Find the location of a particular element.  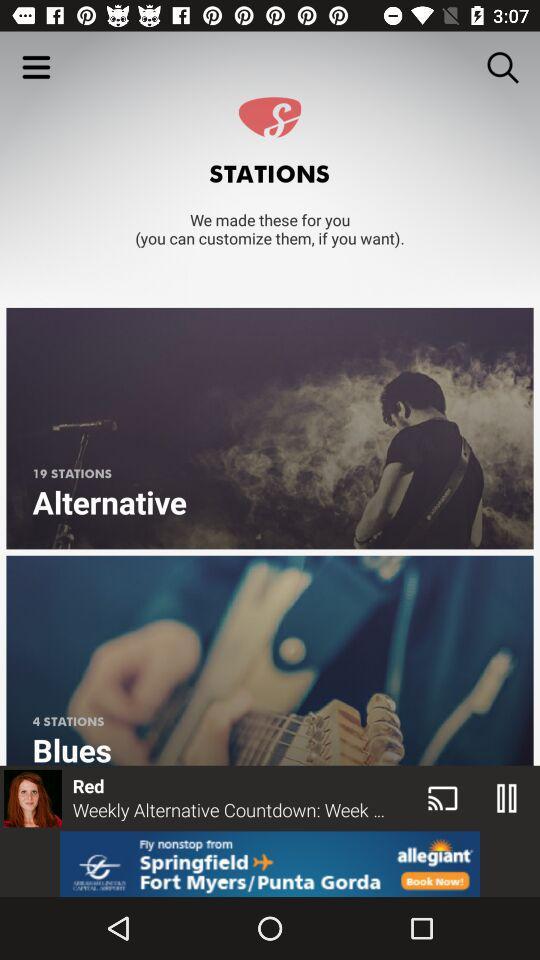

blues below alternative is located at coordinates (270, 659).